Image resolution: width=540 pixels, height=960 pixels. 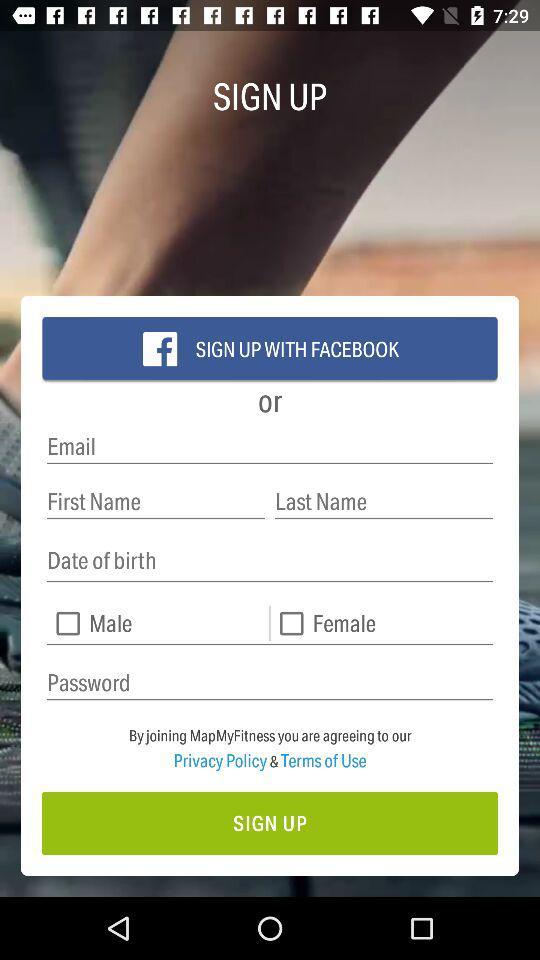 What do you see at coordinates (270, 446) in the screenshot?
I see `type your email` at bounding box center [270, 446].